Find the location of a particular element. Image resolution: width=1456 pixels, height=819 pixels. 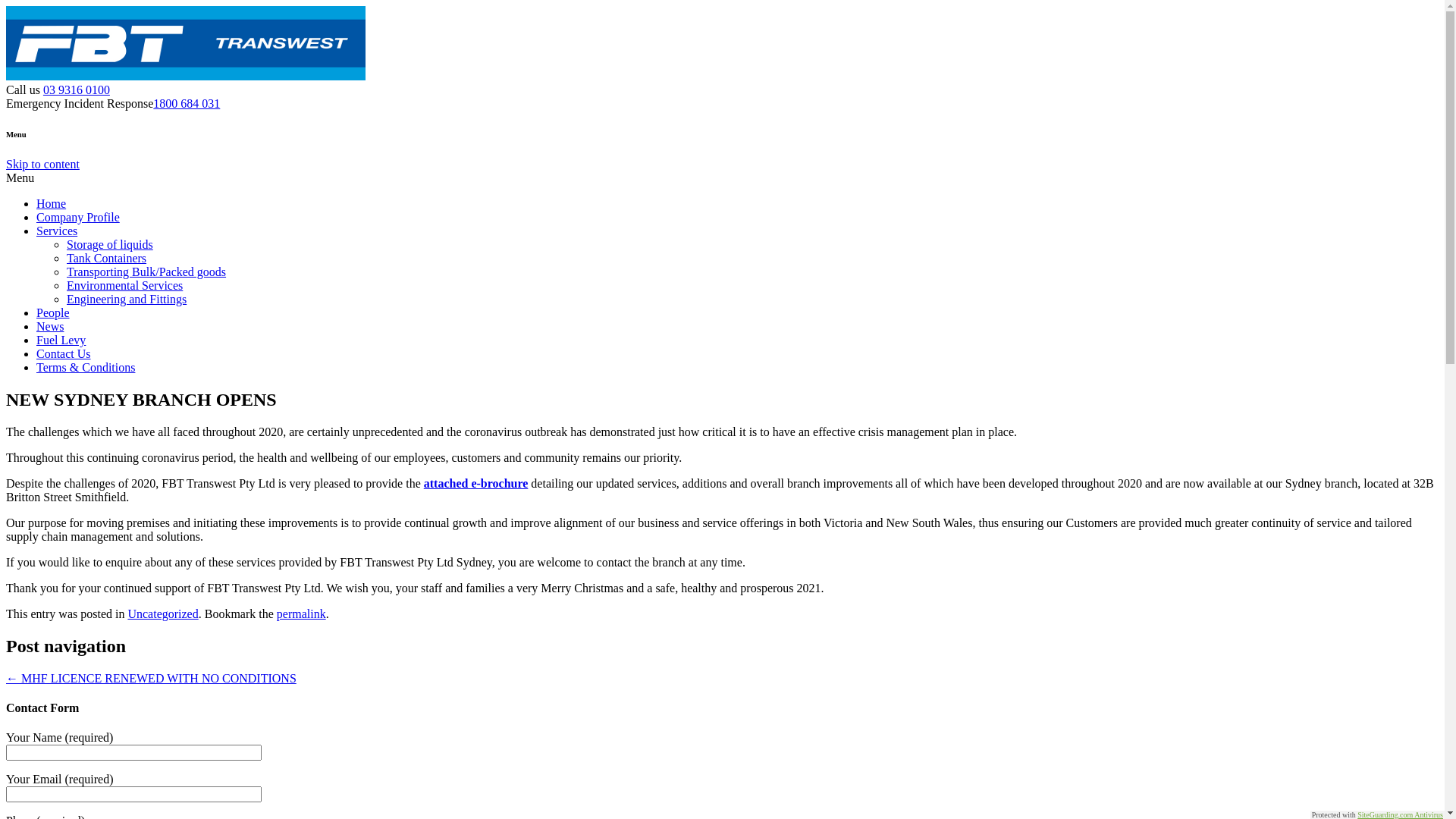

'1800 684 031' is located at coordinates (152, 102).